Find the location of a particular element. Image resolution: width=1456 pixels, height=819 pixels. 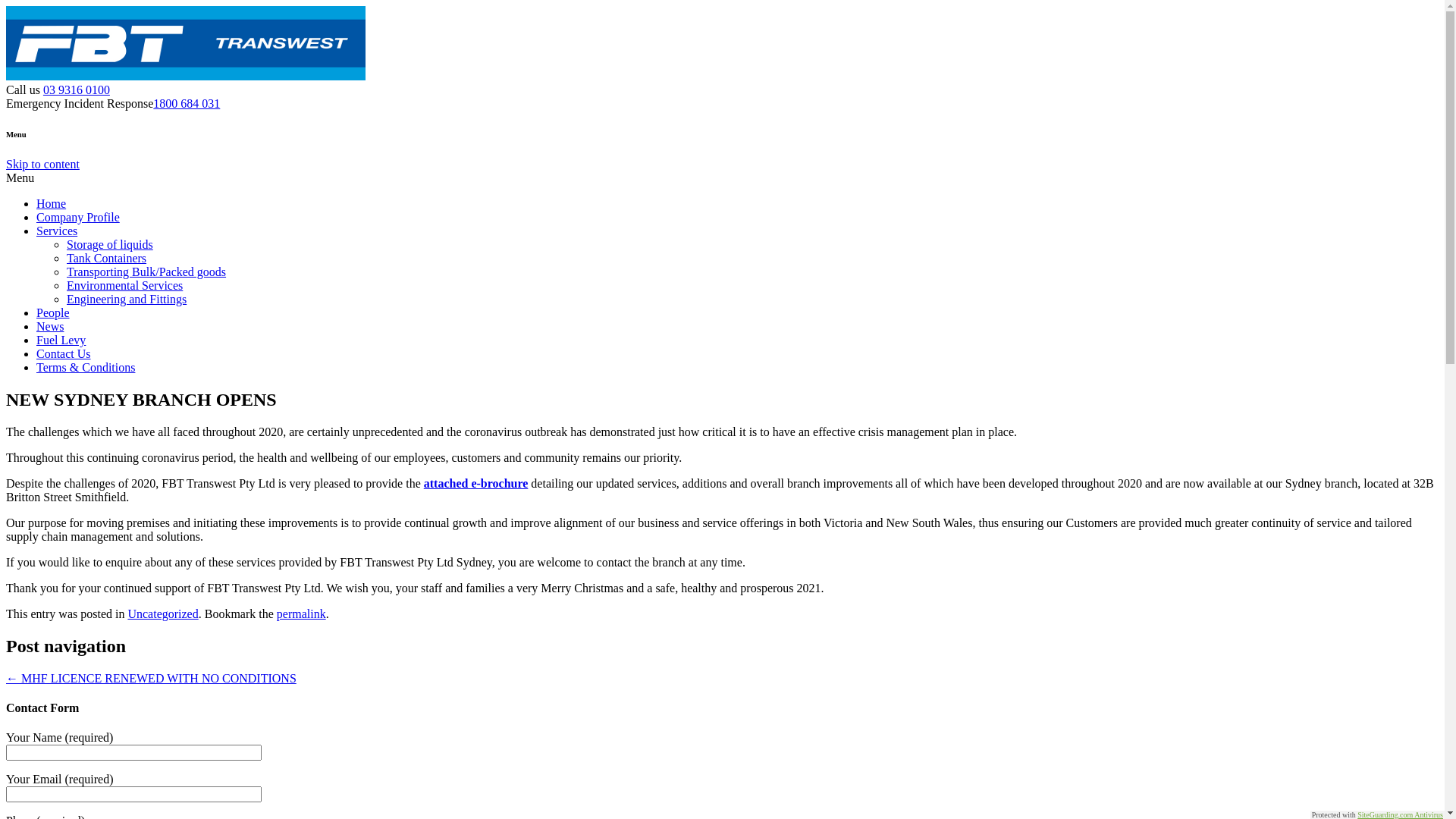

'1800 684 031' is located at coordinates (152, 102).